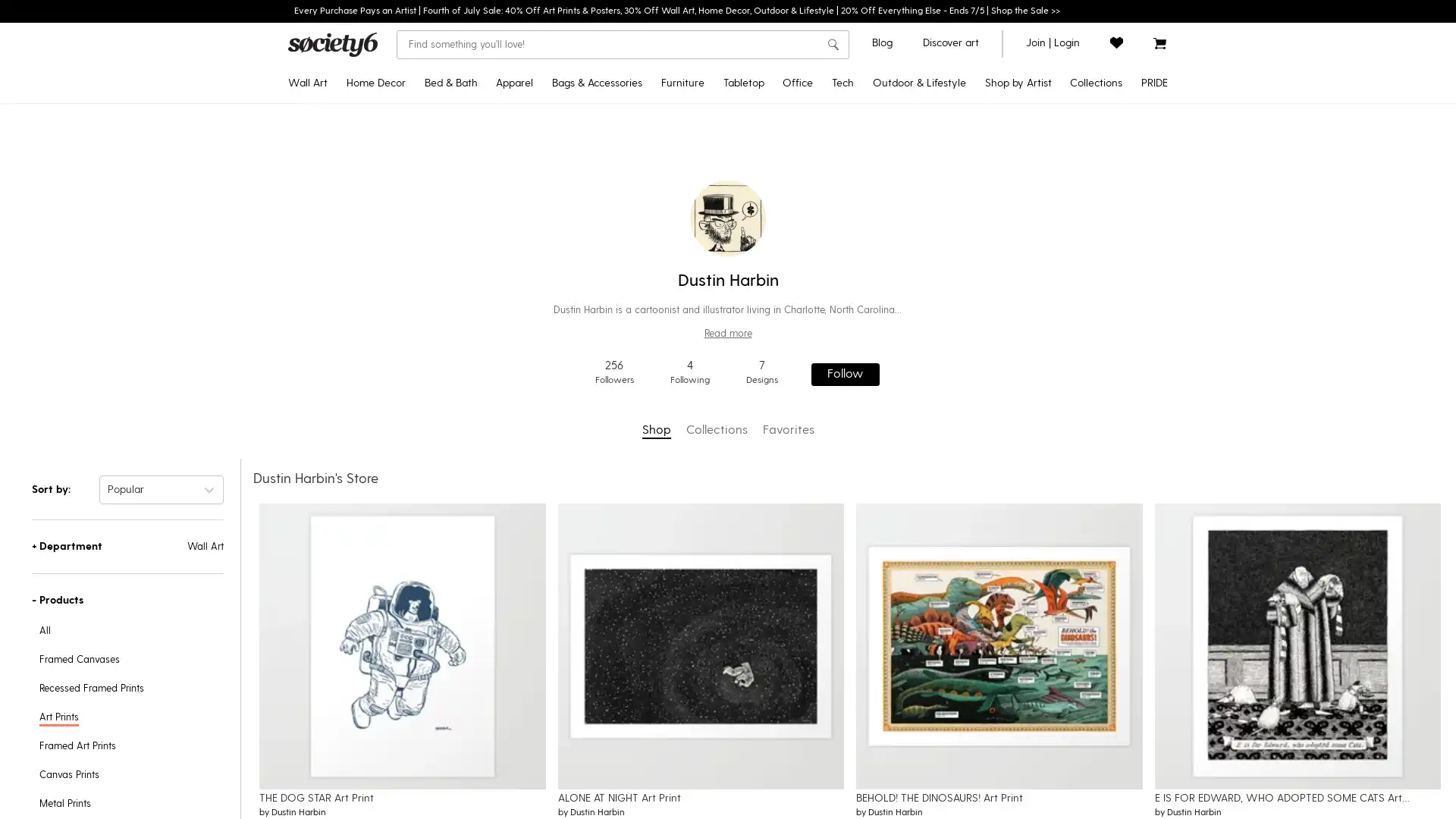 The image size is (1456, 819). I want to click on Tote Bags, so click(607, 121).